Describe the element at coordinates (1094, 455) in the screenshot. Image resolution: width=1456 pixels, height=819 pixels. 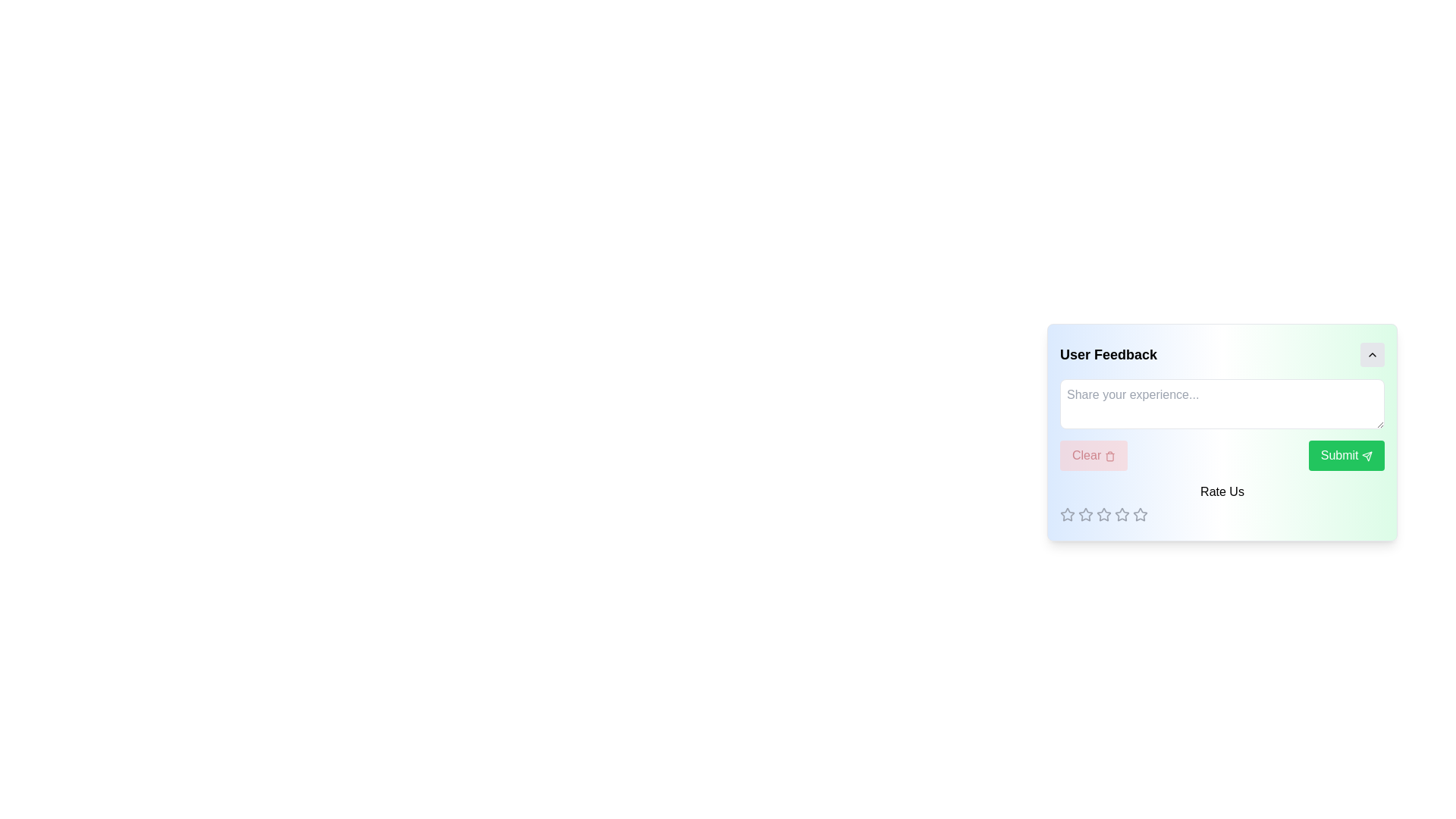
I see `the 'Clear' button, which has a soft red background, rounded corners, and displays the text 'Clear' with a trash icon to the right` at that location.